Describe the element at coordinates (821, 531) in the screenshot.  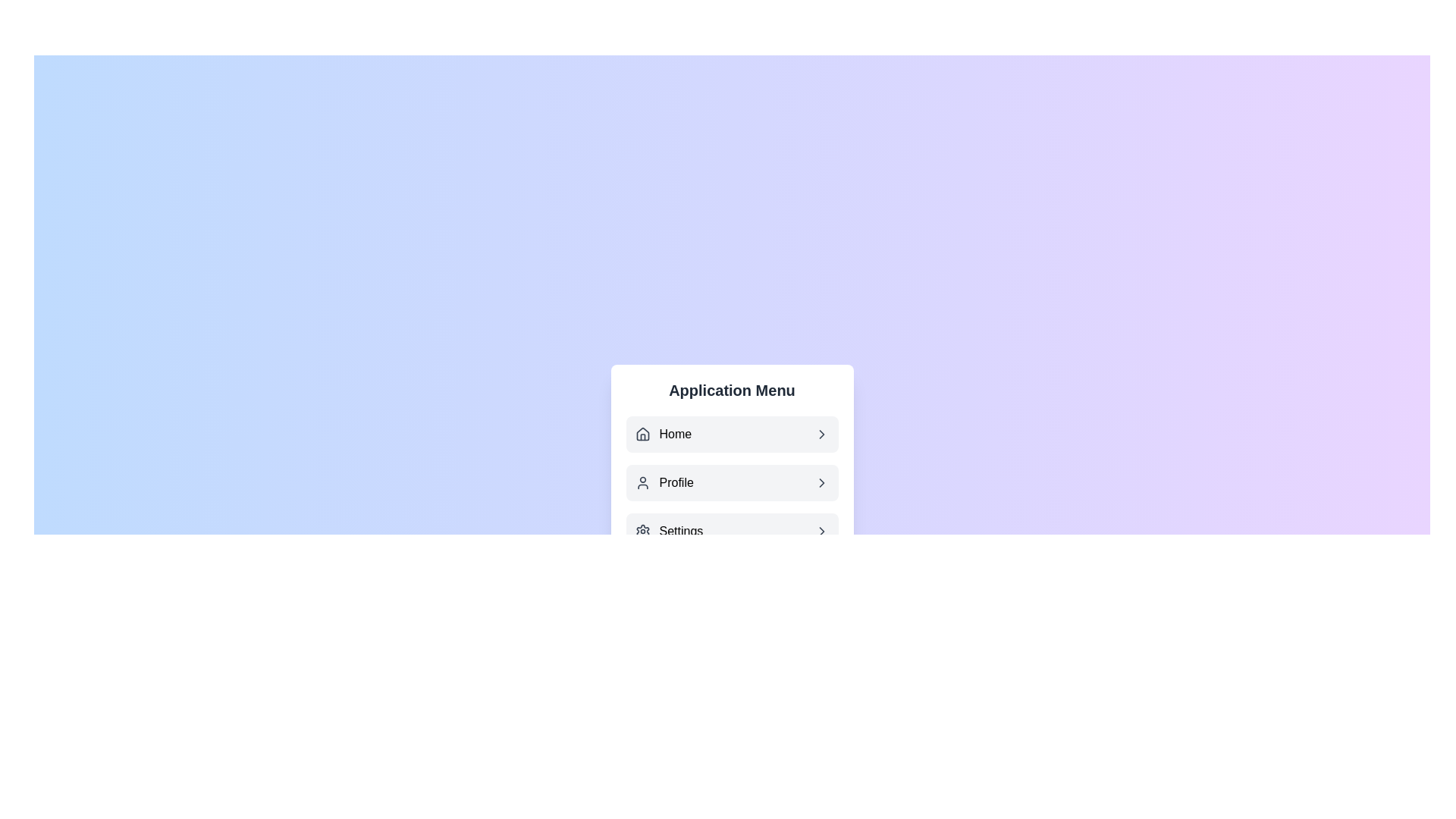
I see `the rightward-pointing gray chevron icon located to the far-right of the 'Settings' option in the application menu` at that location.